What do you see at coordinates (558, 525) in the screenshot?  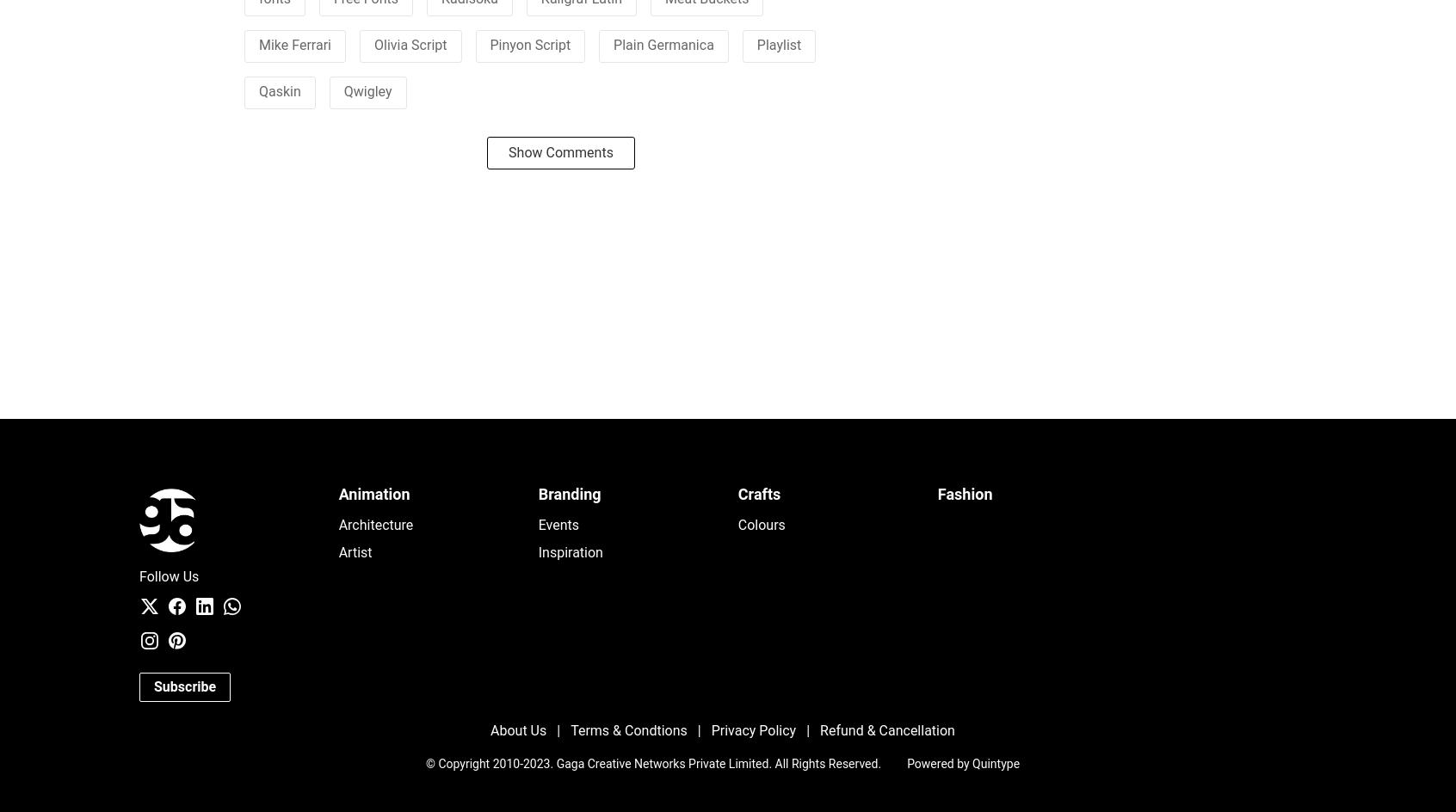 I see `'Events'` at bounding box center [558, 525].